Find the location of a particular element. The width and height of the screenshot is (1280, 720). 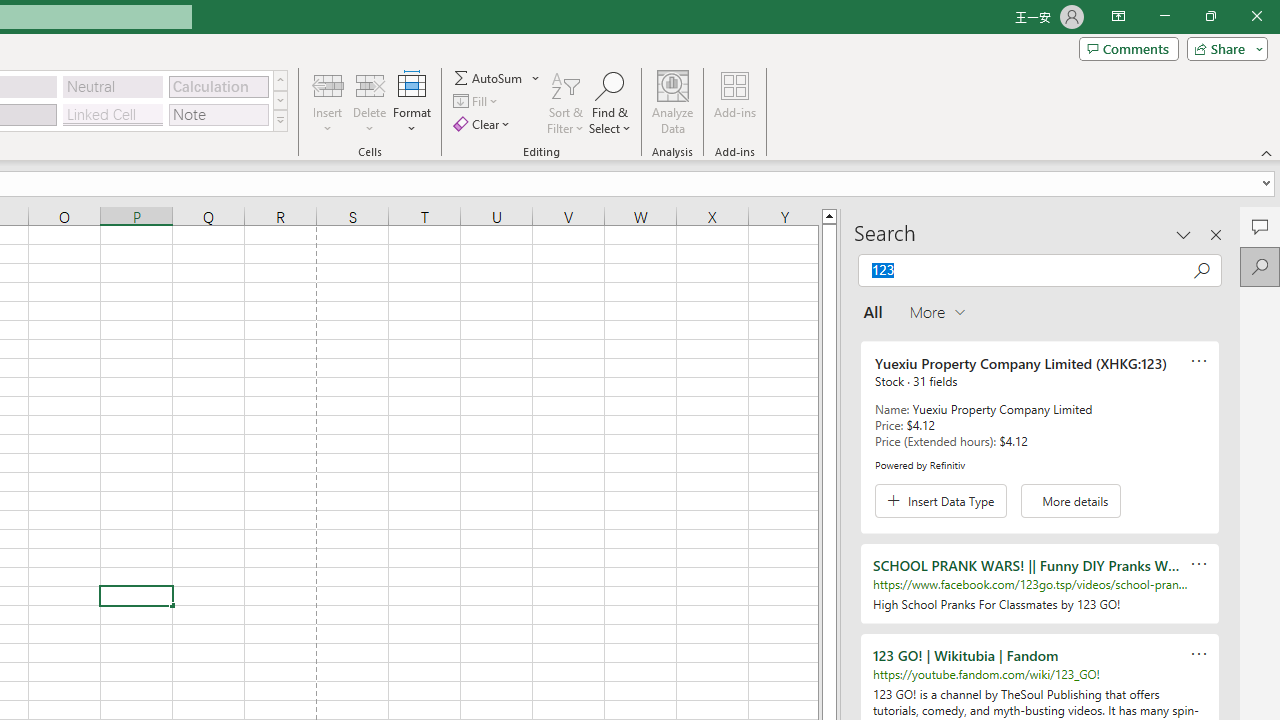

'Clear' is located at coordinates (483, 124).